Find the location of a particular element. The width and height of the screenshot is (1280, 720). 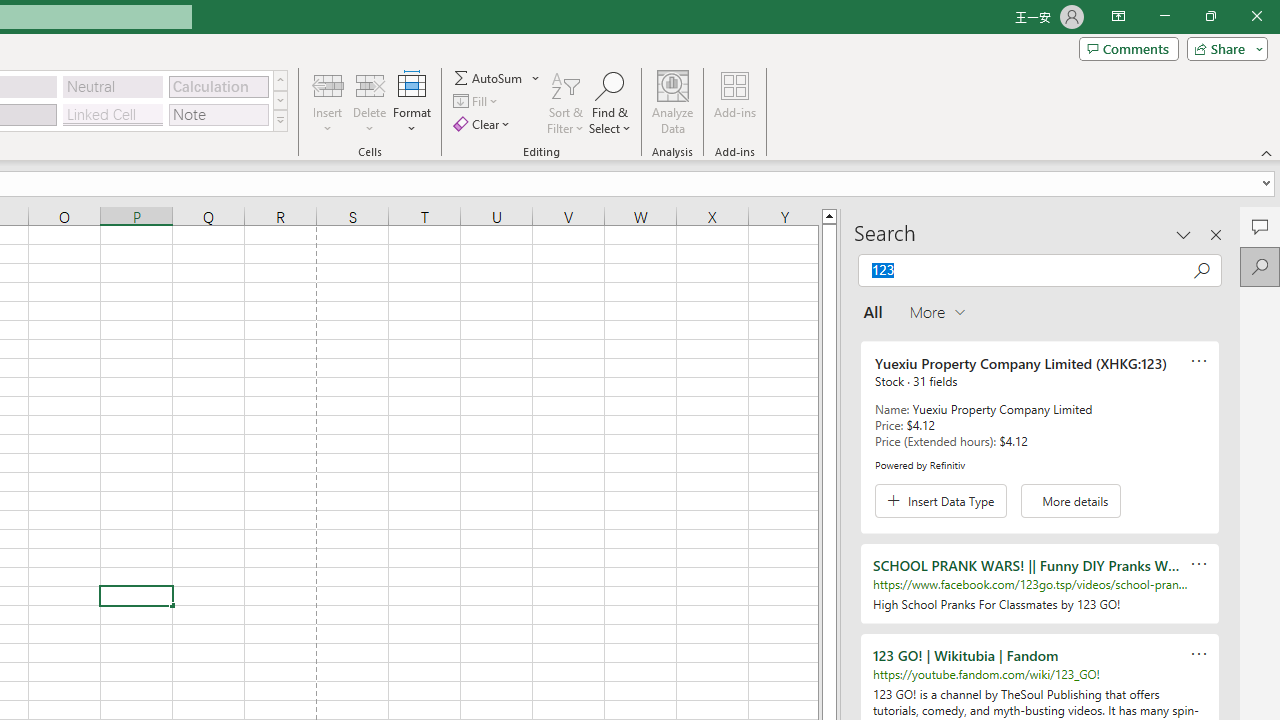

'Clear' is located at coordinates (483, 124).